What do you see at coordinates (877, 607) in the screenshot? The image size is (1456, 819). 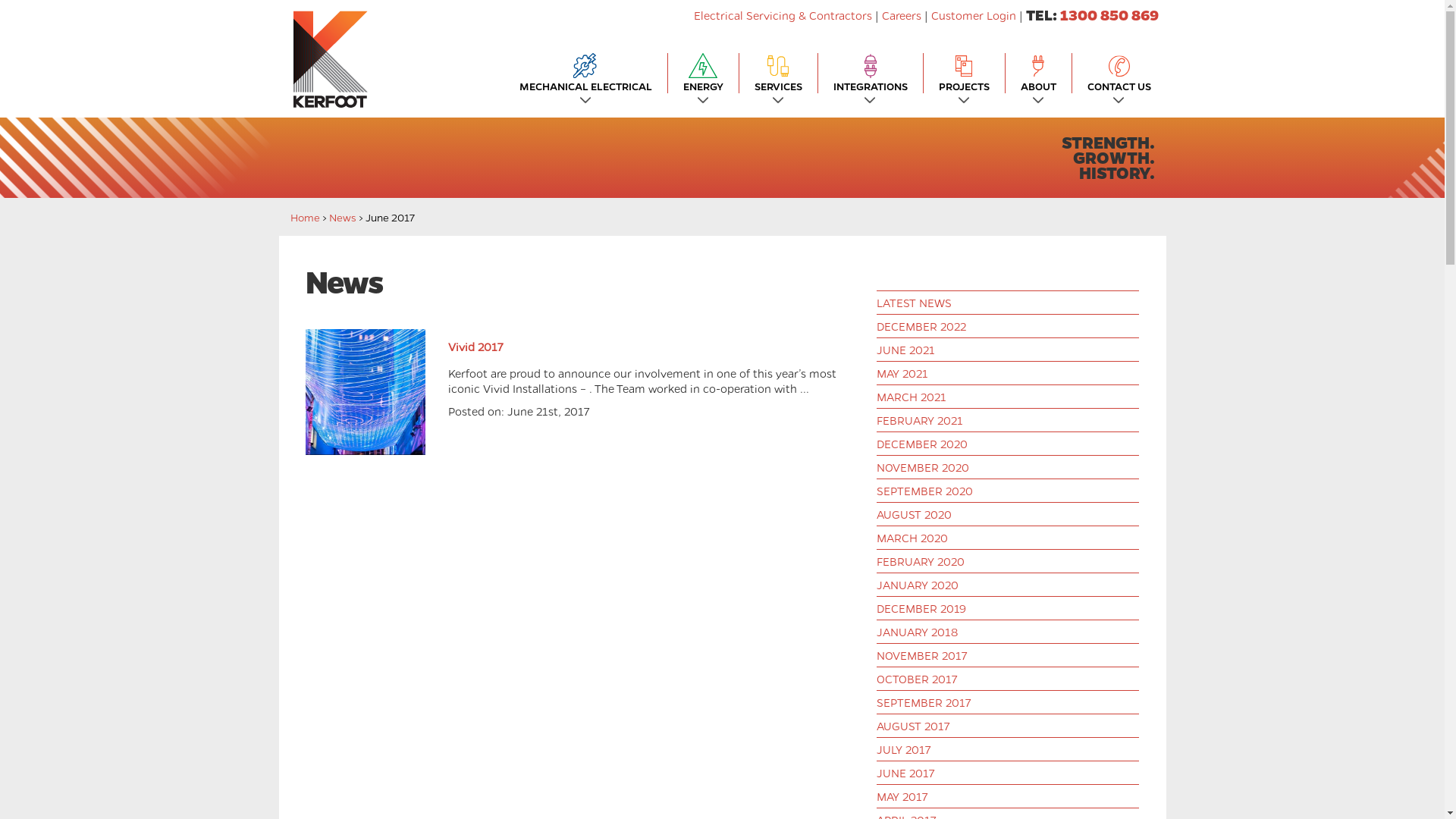 I see `'DECEMBER 2019'` at bounding box center [877, 607].